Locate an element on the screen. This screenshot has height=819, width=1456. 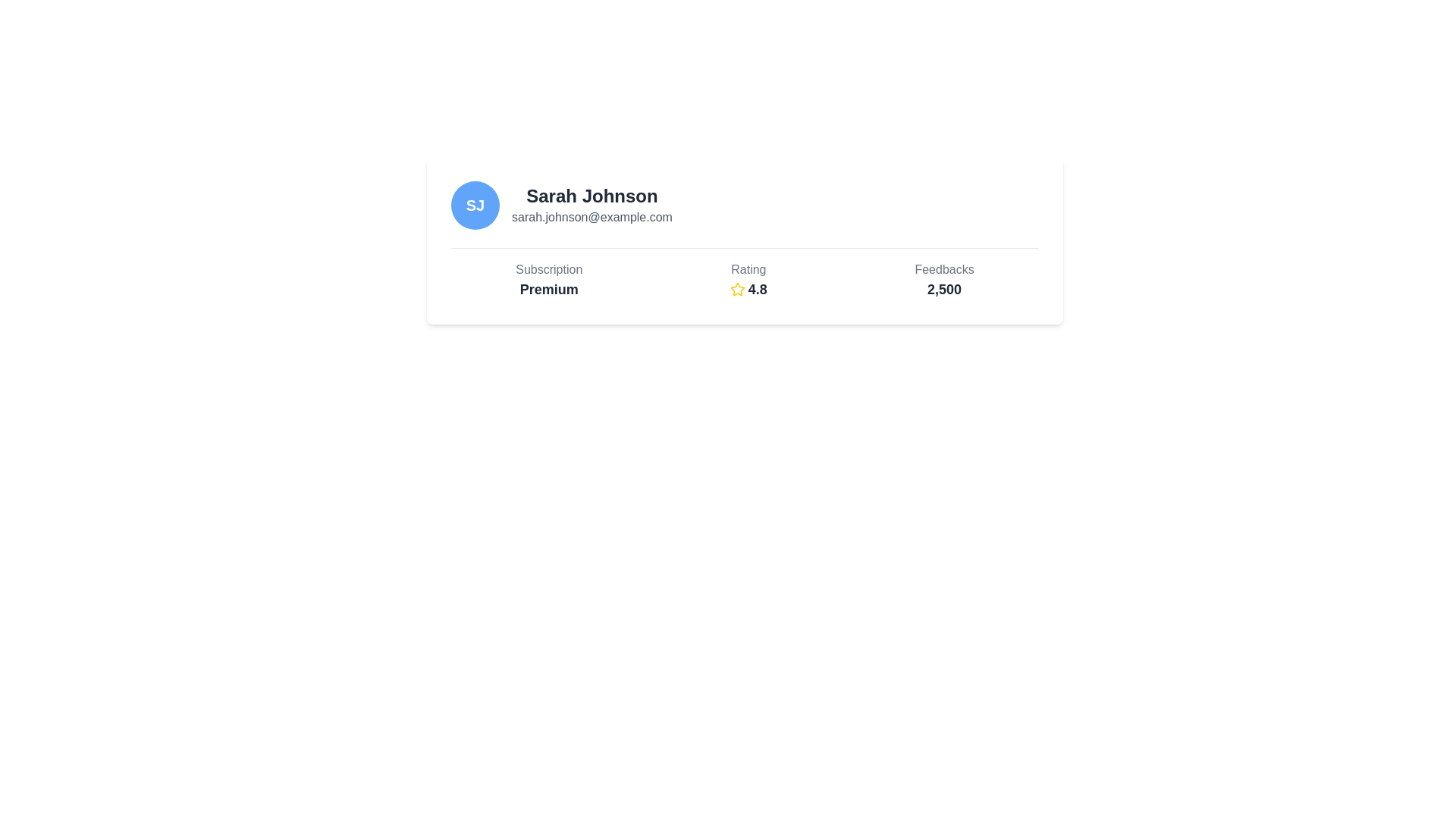
the Rating display component, which is located between the 'Premium' label on the left and '2,500' on the right is located at coordinates (748, 281).